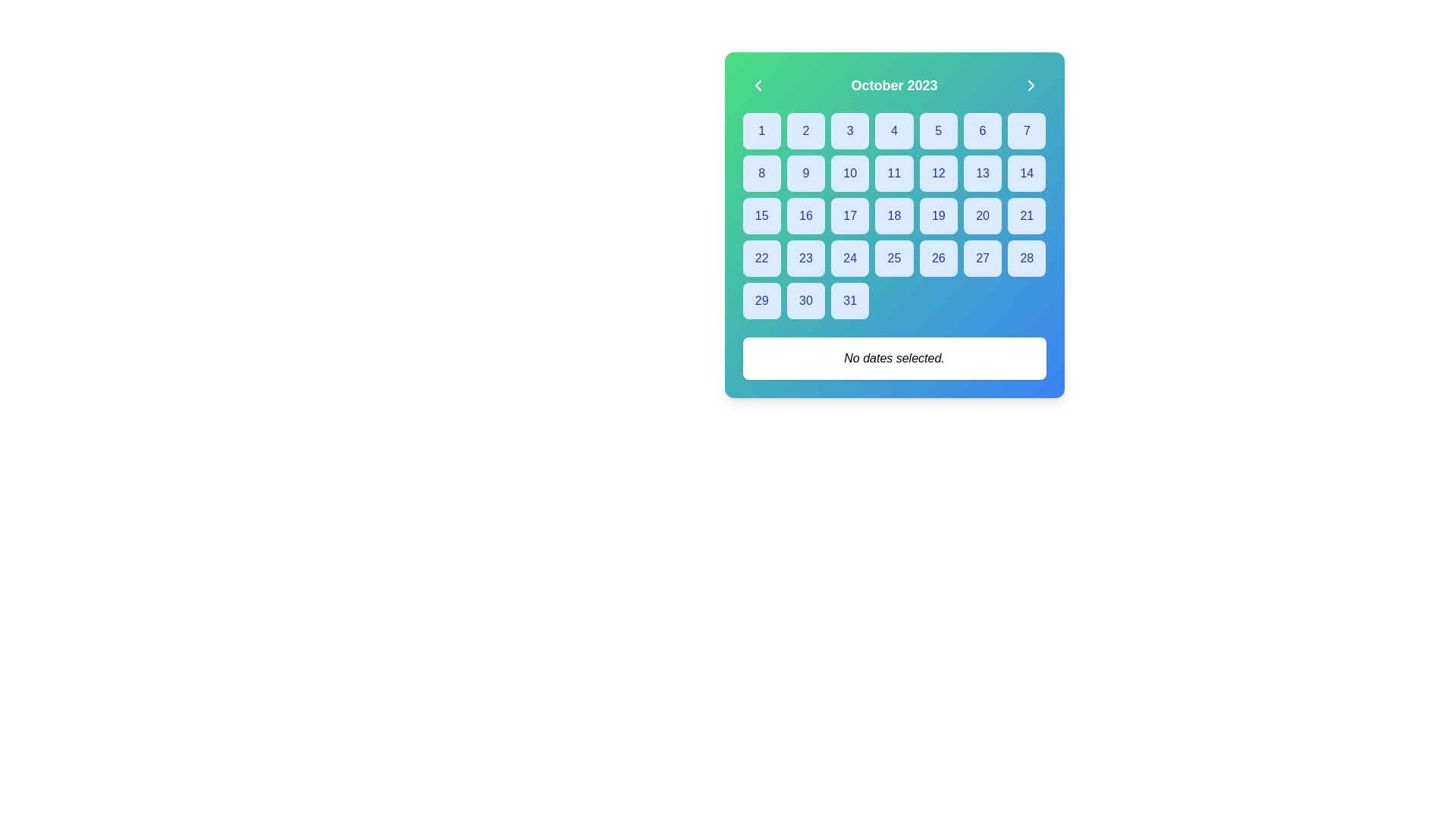 Image resolution: width=1456 pixels, height=819 pixels. Describe the element at coordinates (805, 130) in the screenshot. I see `the button representing the second day of the month in a calendar` at that location.